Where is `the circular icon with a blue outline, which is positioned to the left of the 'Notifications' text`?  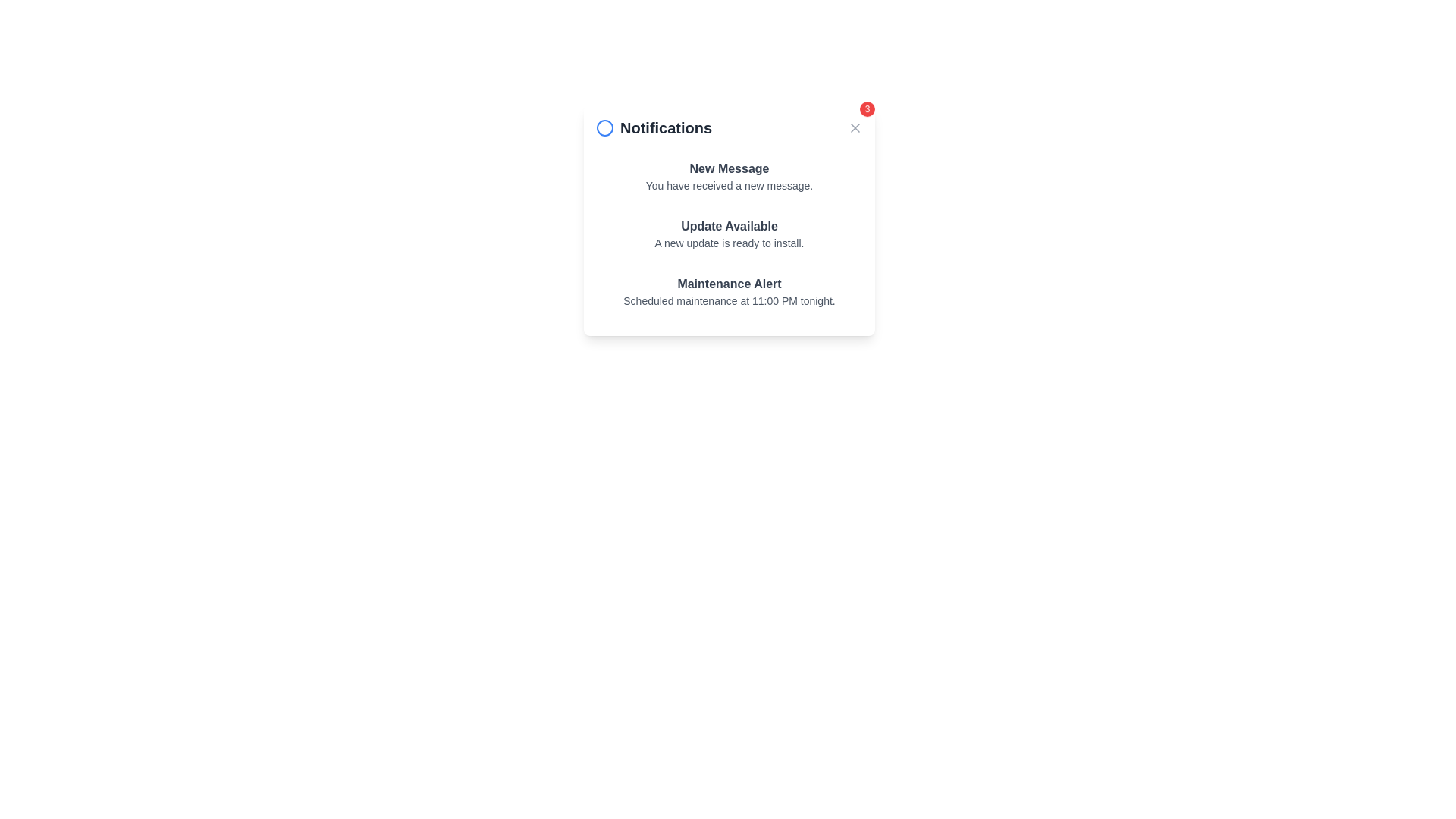 the circular icon with a blue outline, which is positioned to the left of the 'Notifications' text is located at coordinates (604, 127).